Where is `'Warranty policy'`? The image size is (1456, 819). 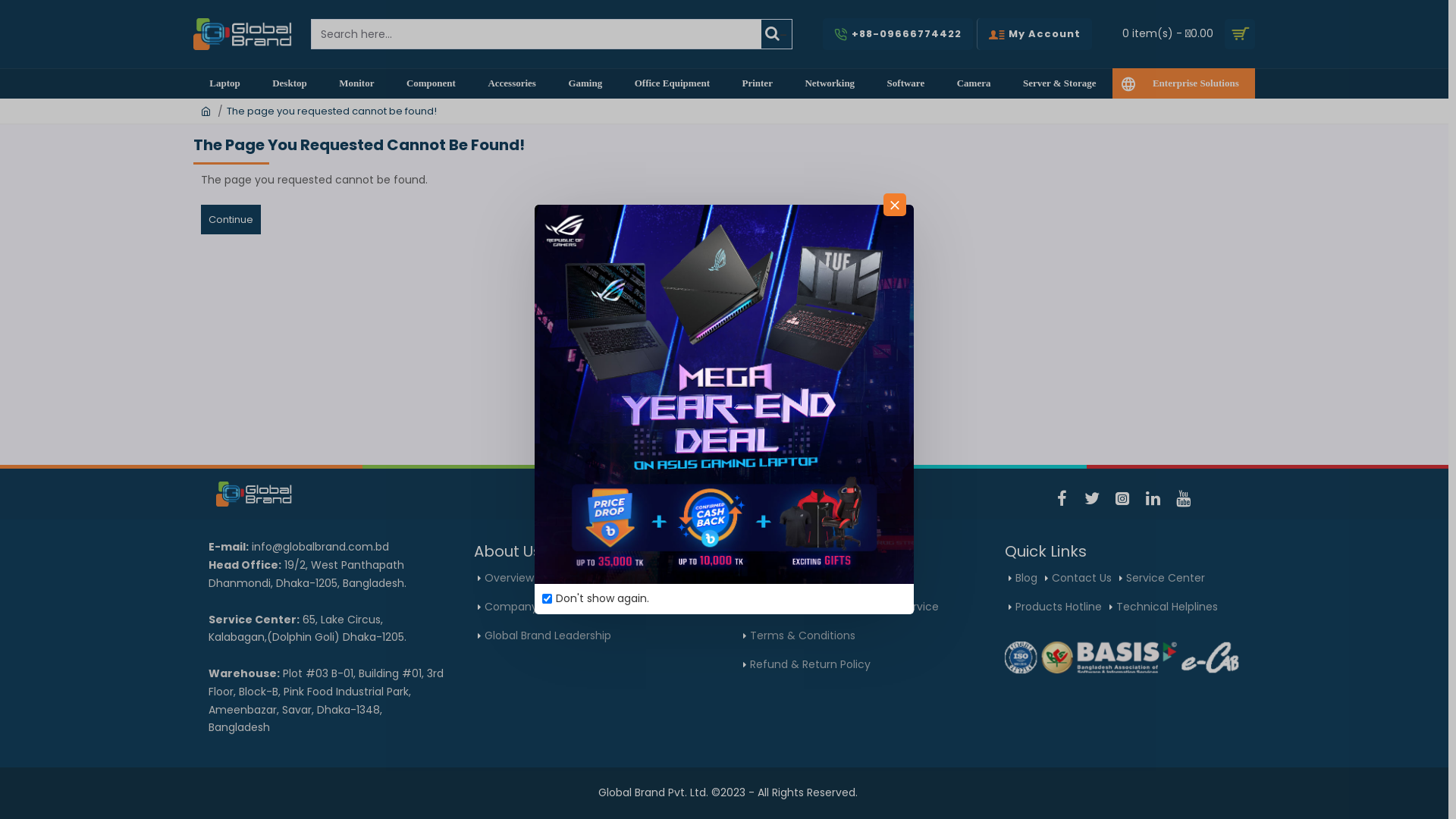 'Warranty policy' is located at coordinates (788, 607).